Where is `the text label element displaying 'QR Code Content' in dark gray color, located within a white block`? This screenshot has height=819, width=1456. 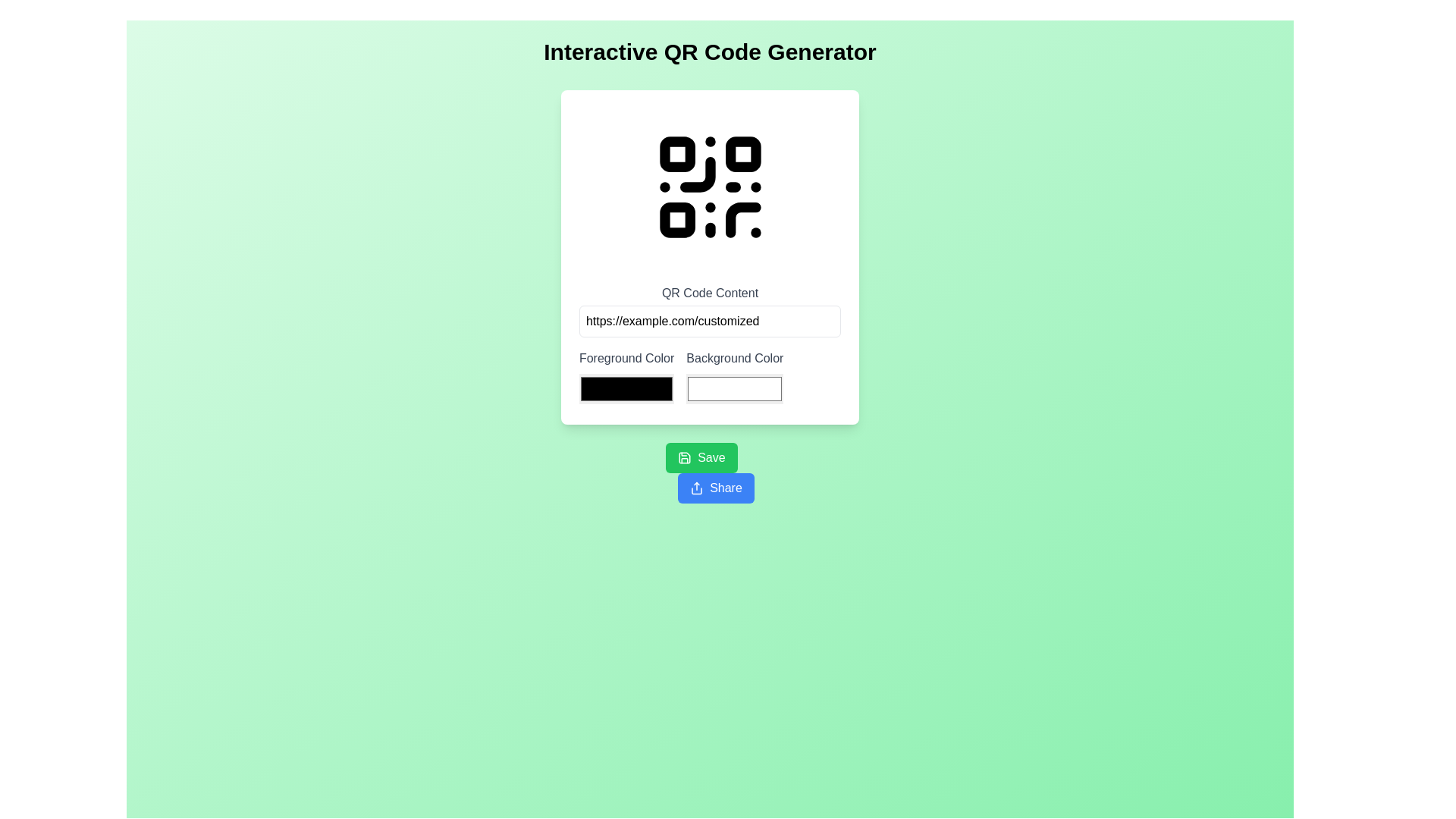 the text label element displaying 'QR Code Content' in dark gray color, located within a white block is located at coordinates (709, 293).